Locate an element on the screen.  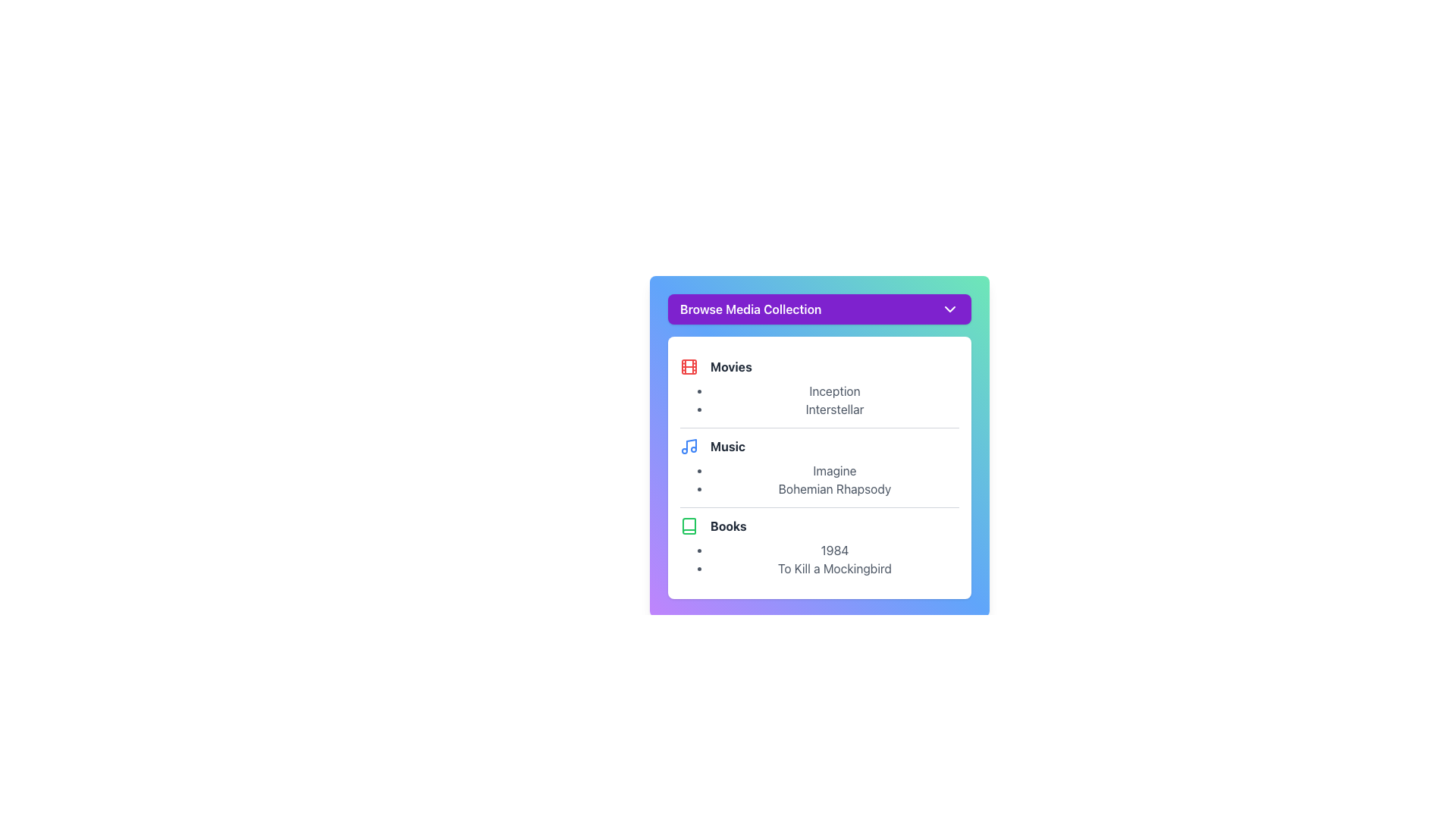
the 'Music' label, which is styled in bold dark gray and is the second category title in a list of media categories is located at coordinates (728, 446).